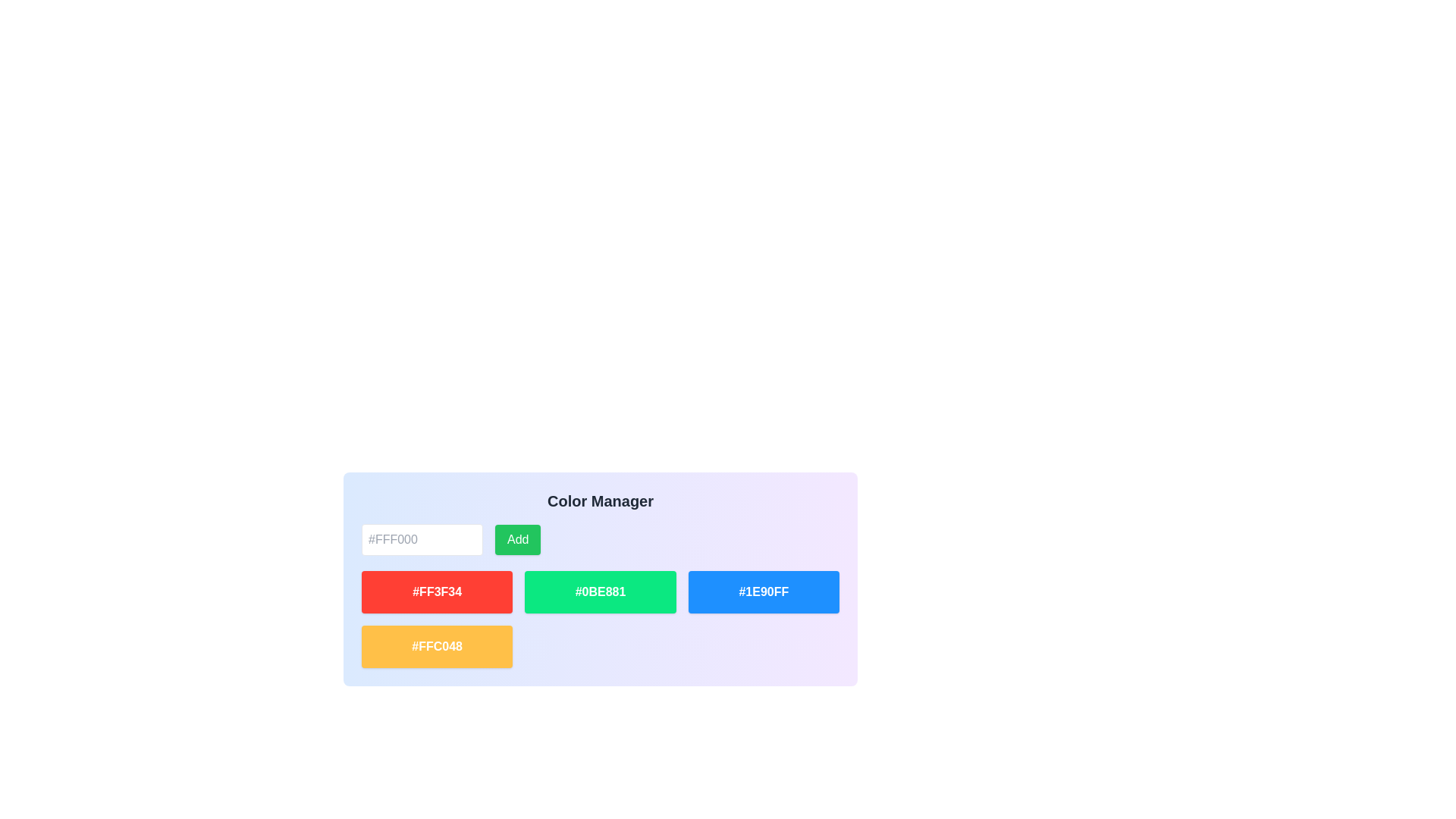 The image size is (1456, 819). I want to click on the Color Swatch Block that visually represents the color with hex code '#FFC048', positioned as the bottom-left block in the grid layout of the Color Manager, so click(436, 646).